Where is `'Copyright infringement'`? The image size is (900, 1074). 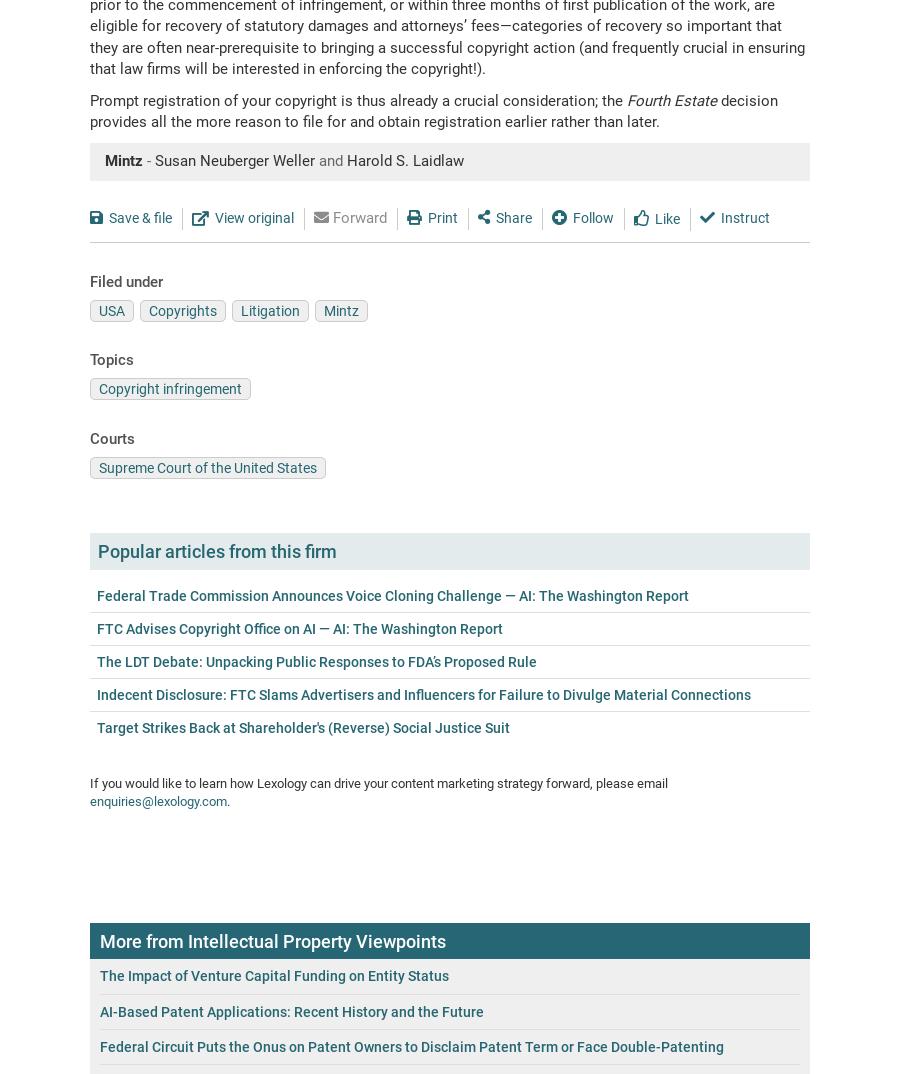 'Copyright infringement' is located at coordinates (170, 389).